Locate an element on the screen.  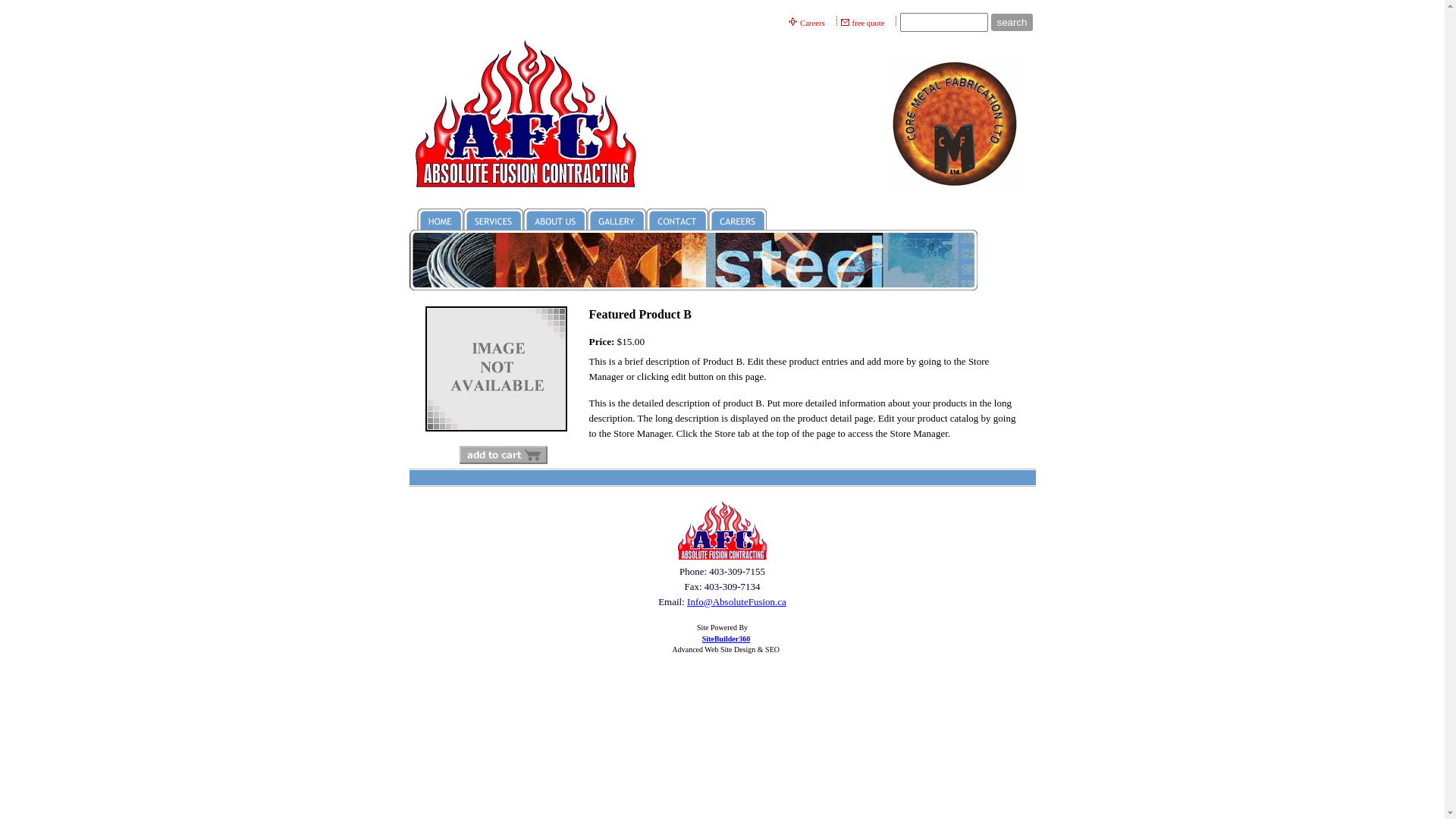
'SiteBuilder360' is located at coordinates (725, 639).